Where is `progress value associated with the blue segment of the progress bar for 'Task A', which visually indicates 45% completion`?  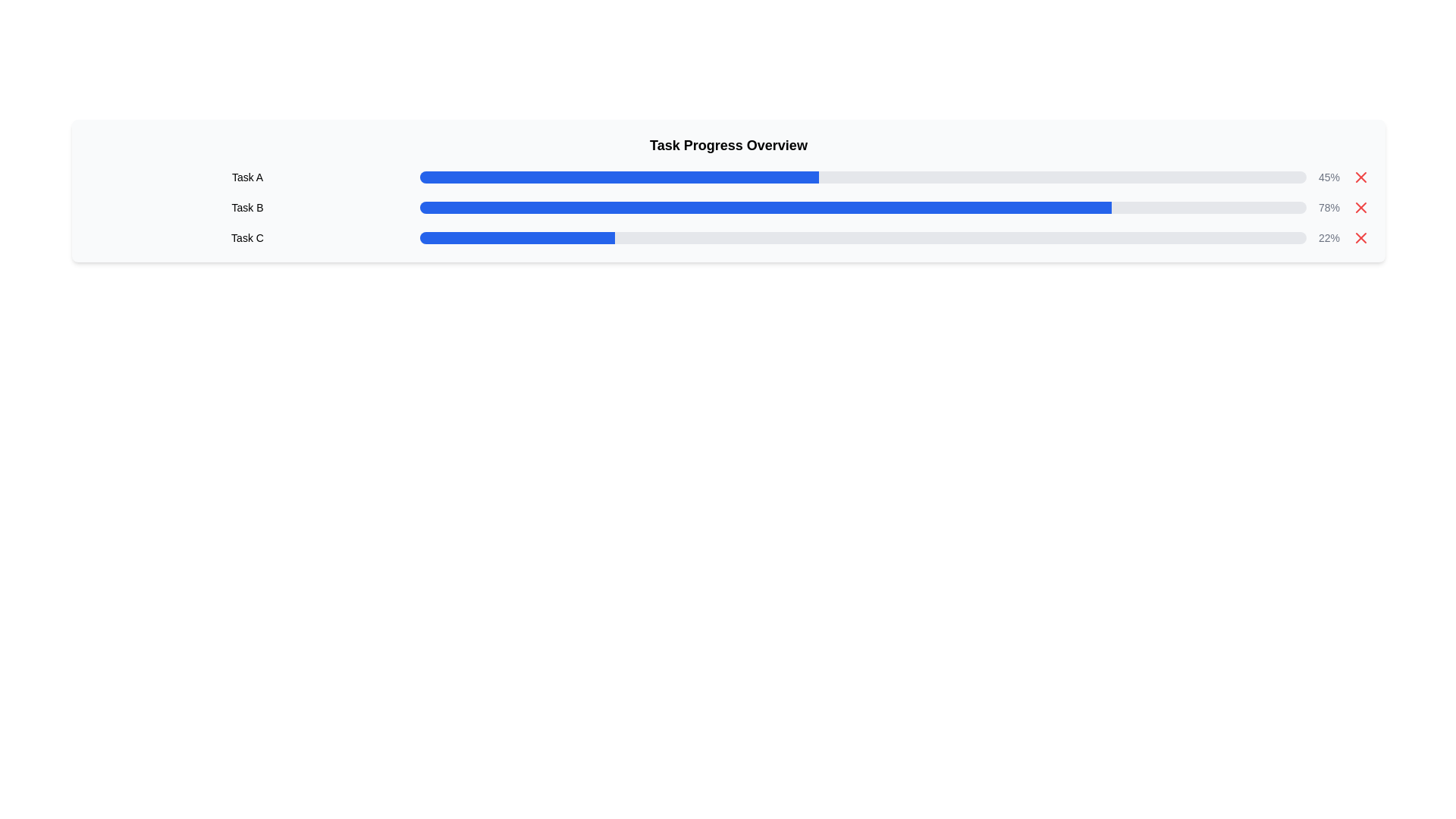 progress value associated with the blue segment of the progress bar for 'Task A', which visually indicates 45% completion is located at coordinates (619, 177).